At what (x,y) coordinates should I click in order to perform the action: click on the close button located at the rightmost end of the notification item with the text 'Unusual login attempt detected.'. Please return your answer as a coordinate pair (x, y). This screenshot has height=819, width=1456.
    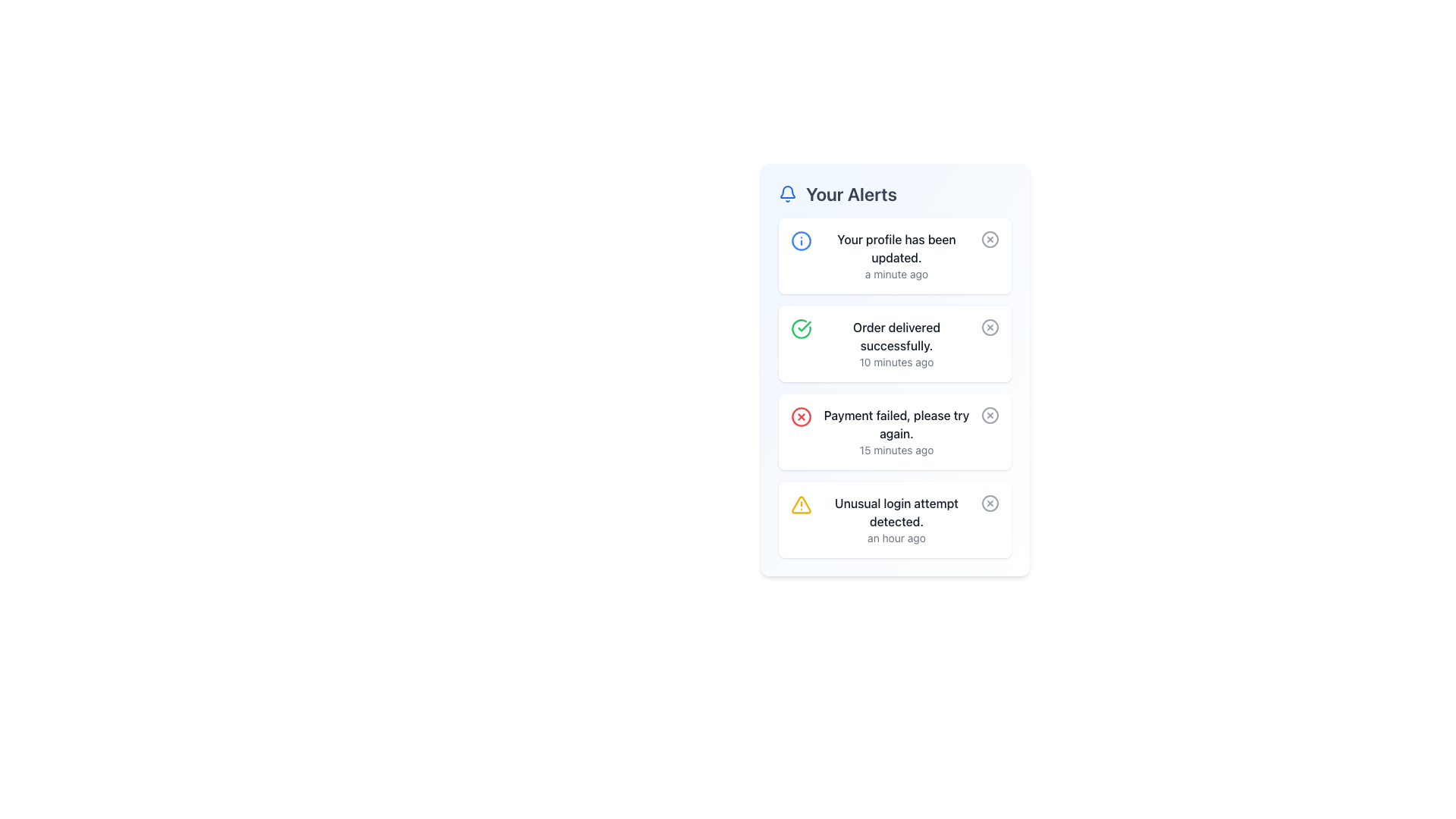
    Looking at the image, I should click on (990, 503).